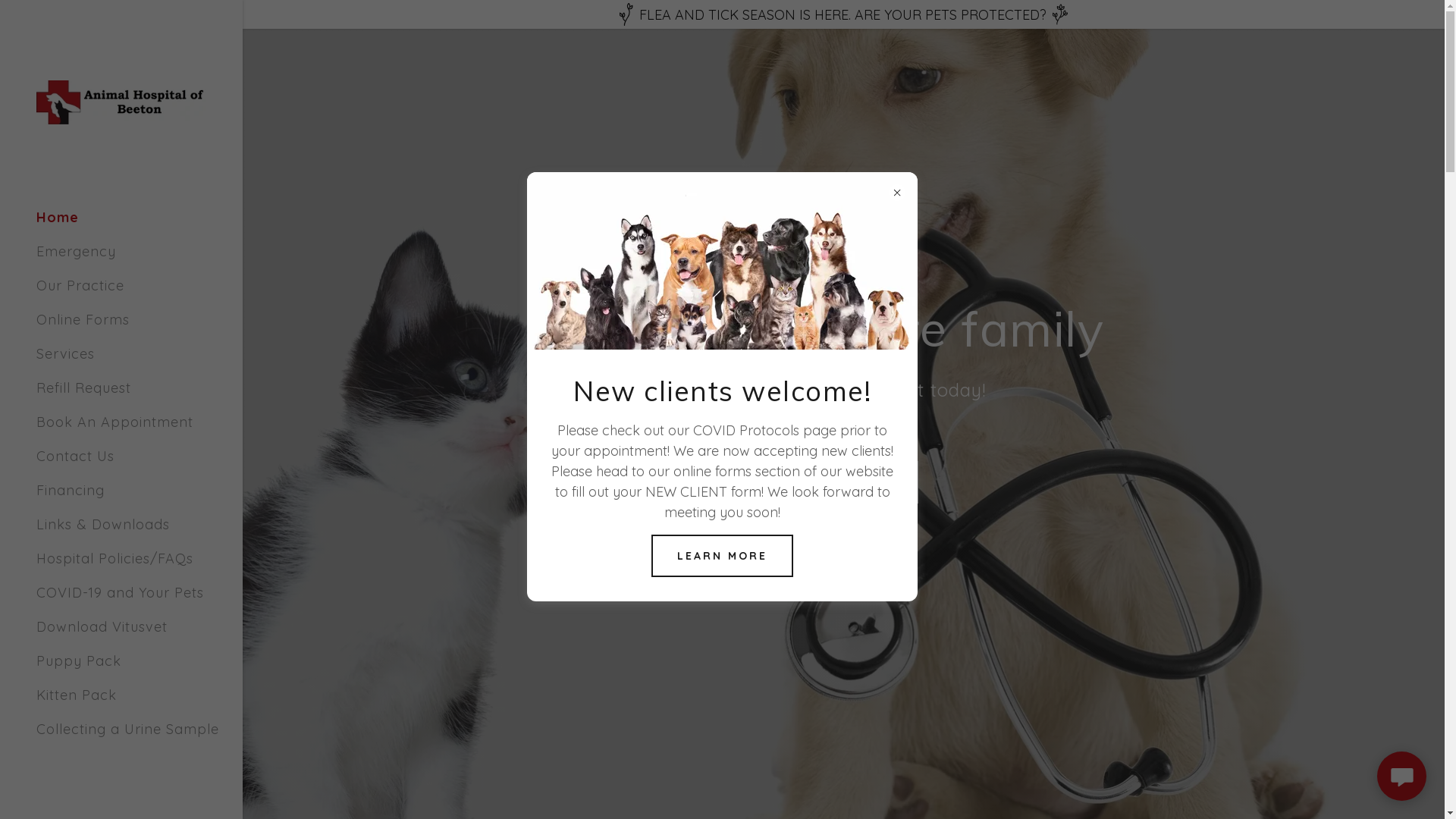 This screenshot has width=1456, height=819. What do you see at coordinates (82, 318) in the screenshot?
I see `'Online Forms'` at bounding box center [82, 318].